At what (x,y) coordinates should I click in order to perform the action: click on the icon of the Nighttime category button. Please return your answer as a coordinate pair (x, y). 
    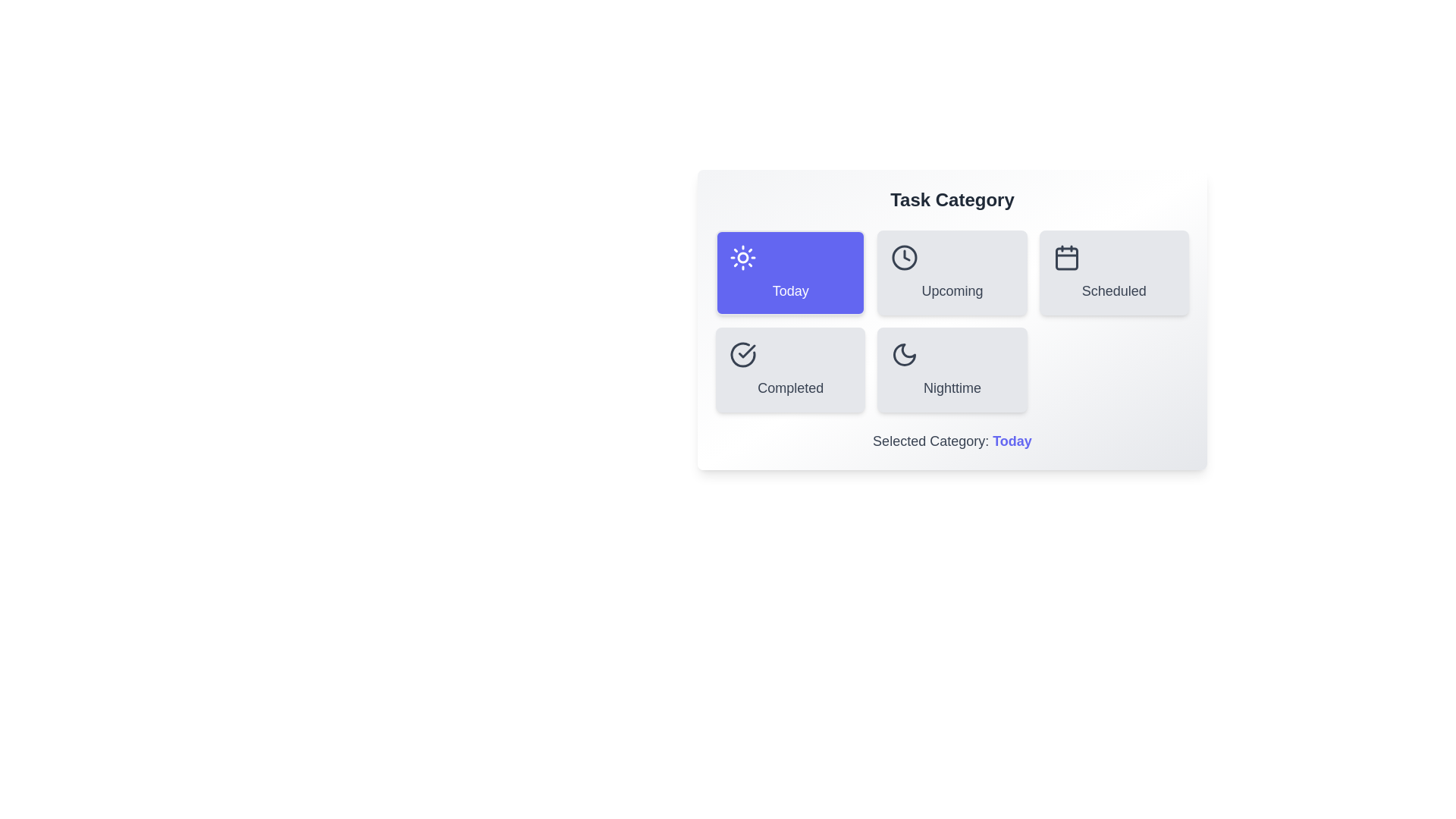
    Looking at the image, I should click on (905, 354).